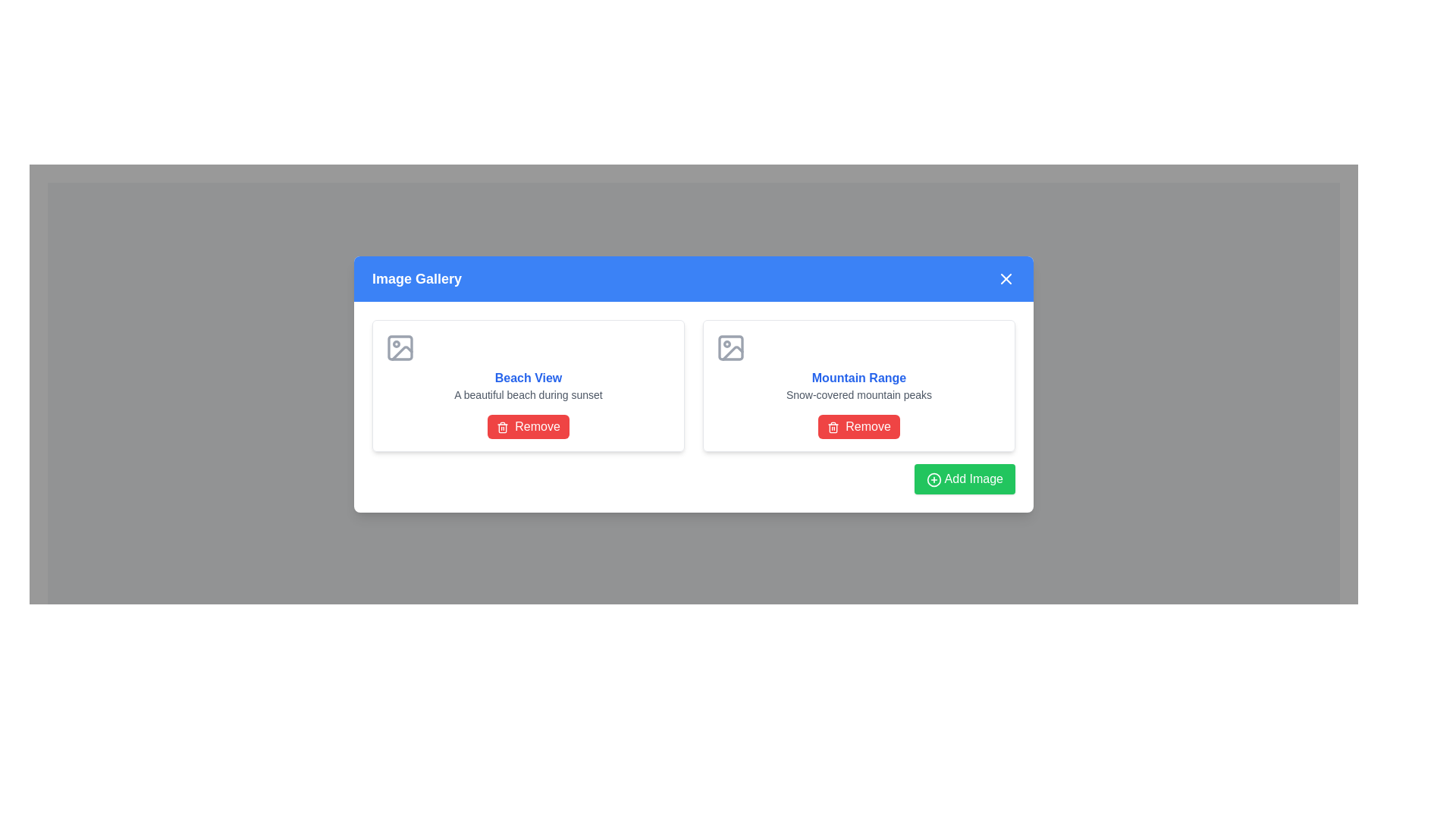  What do you see at coordinates (1006, 278) in the screenshot?
I see `the close button with an 'X' icon located at the top-right corner of the blue header bar in the modal` at bounding box center [1006, 278].